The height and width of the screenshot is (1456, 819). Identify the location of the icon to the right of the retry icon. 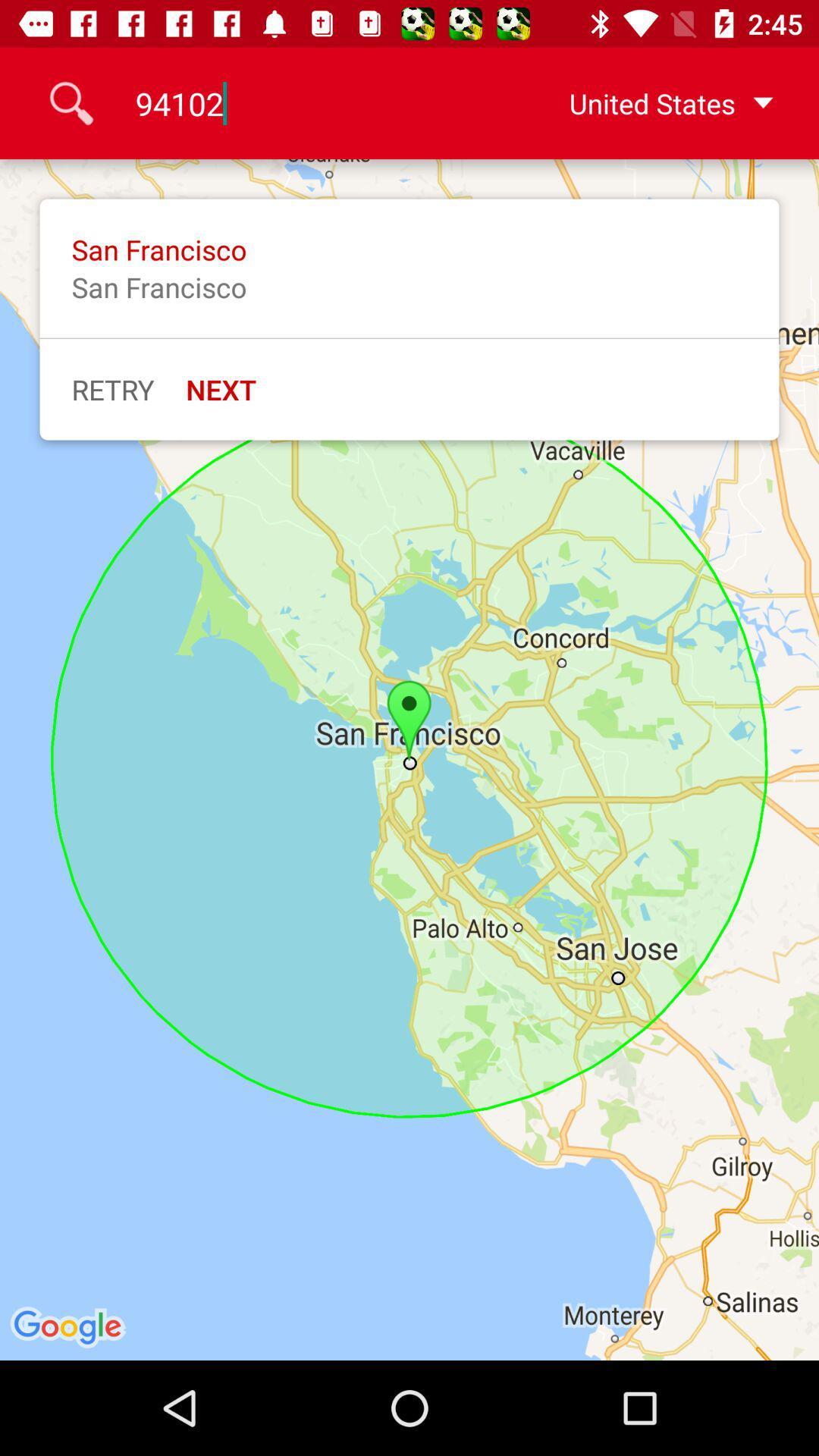
(221, 389).